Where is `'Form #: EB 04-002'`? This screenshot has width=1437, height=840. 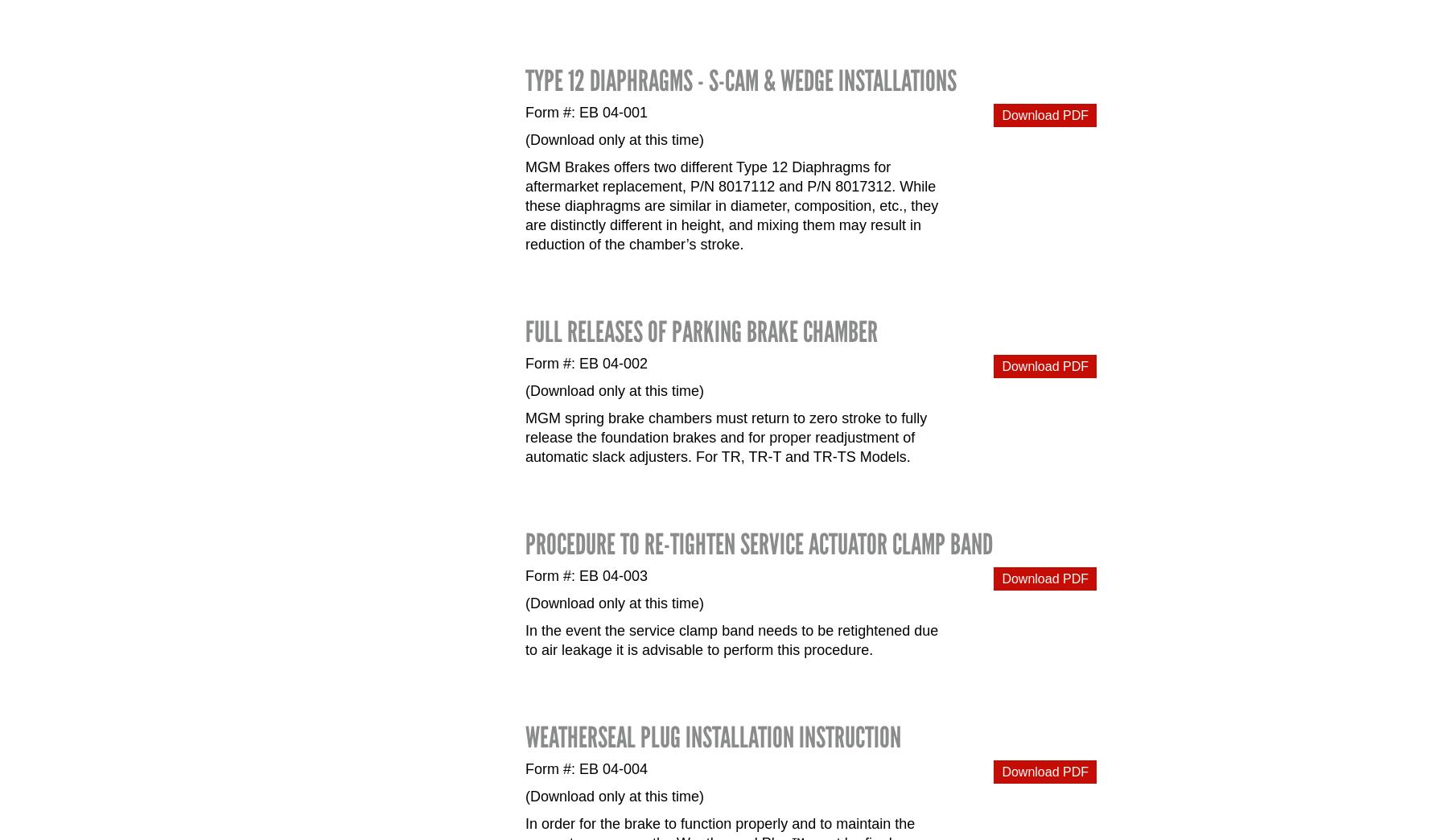
'Form #: EB 04-002' is located at coordinates (587, 362).